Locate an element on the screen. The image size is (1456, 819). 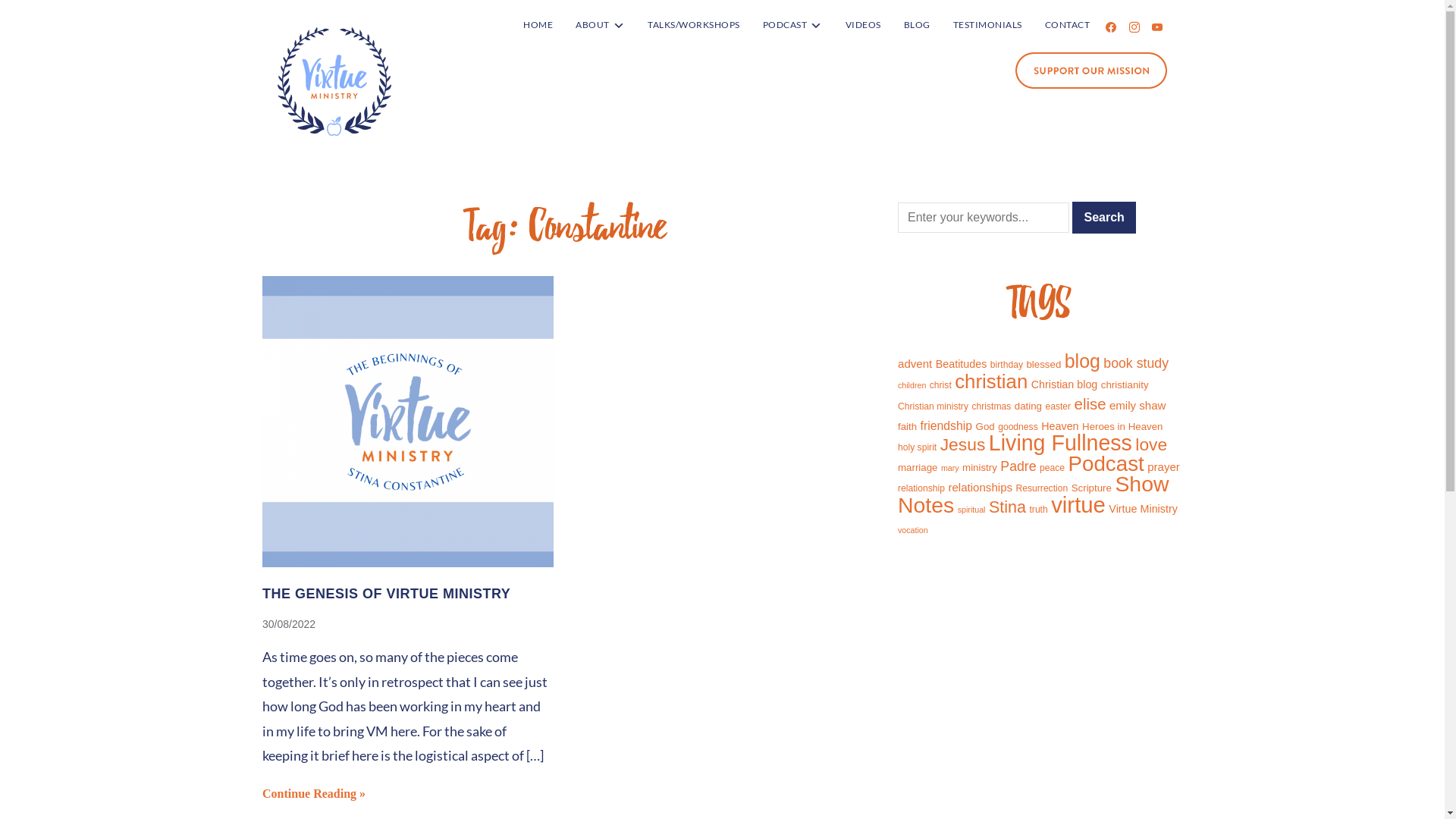
'Resurrection' is located at coordinates (1041, 488).